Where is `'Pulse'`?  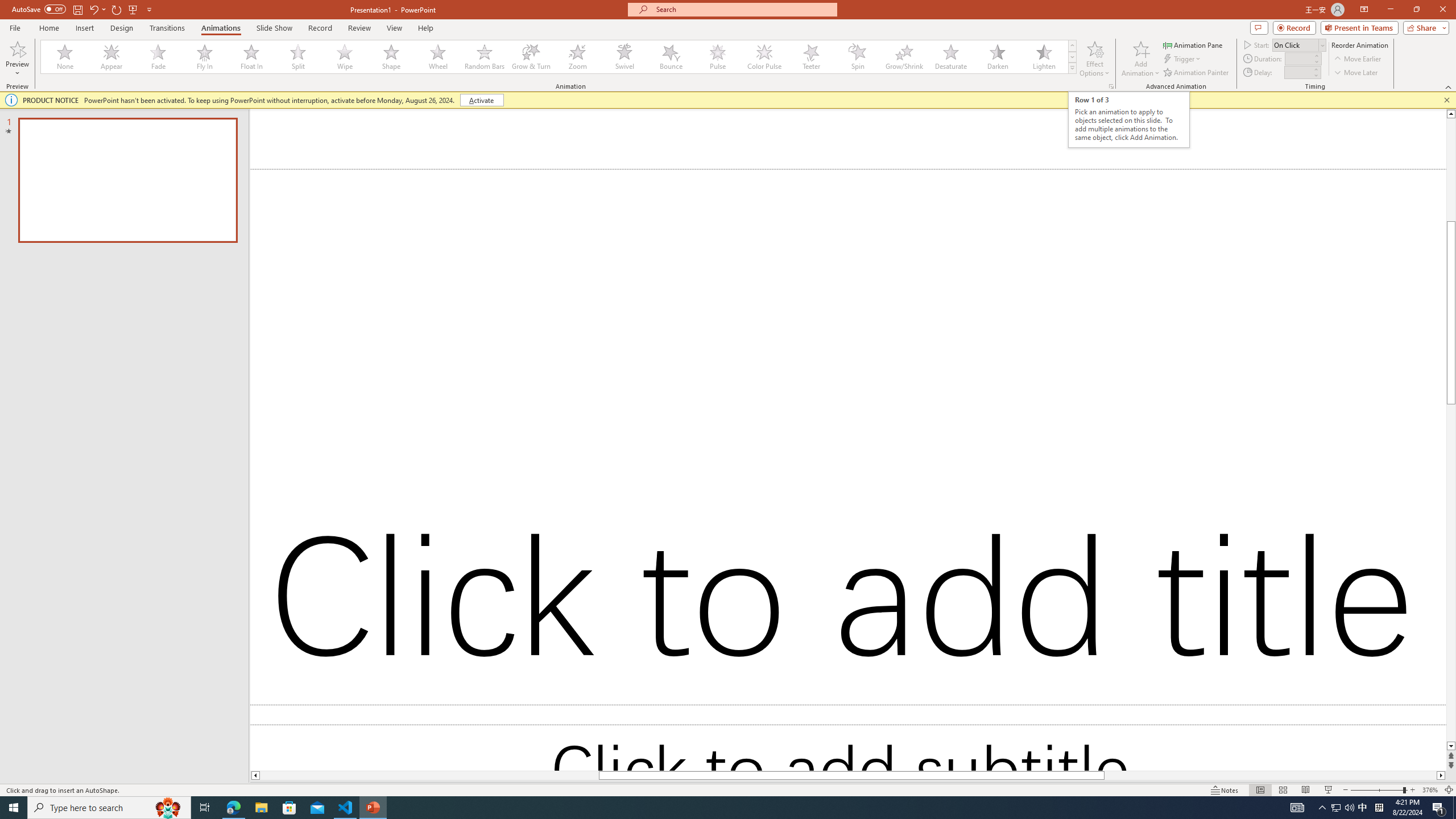
'Pulse' is located at coordinates (717, 56).